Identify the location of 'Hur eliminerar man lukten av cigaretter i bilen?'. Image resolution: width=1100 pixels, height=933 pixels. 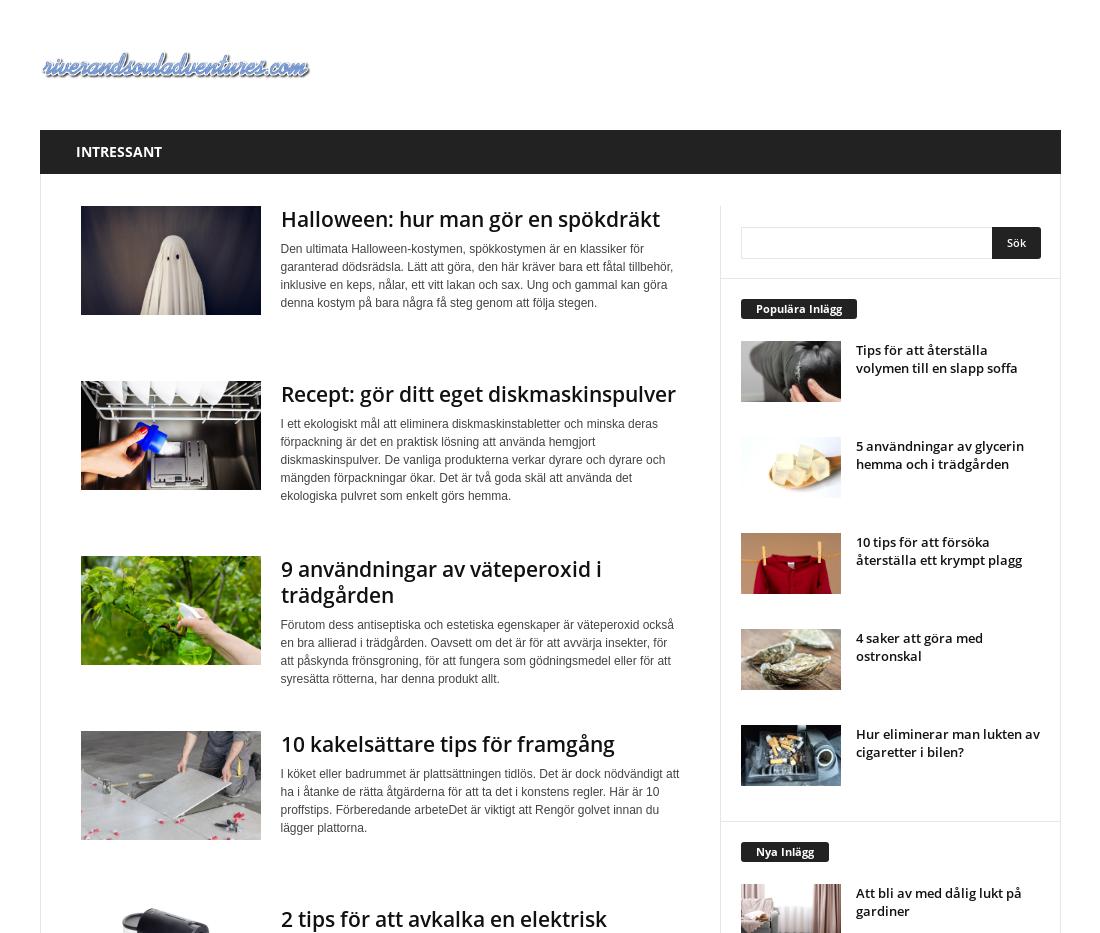
(946, 741).